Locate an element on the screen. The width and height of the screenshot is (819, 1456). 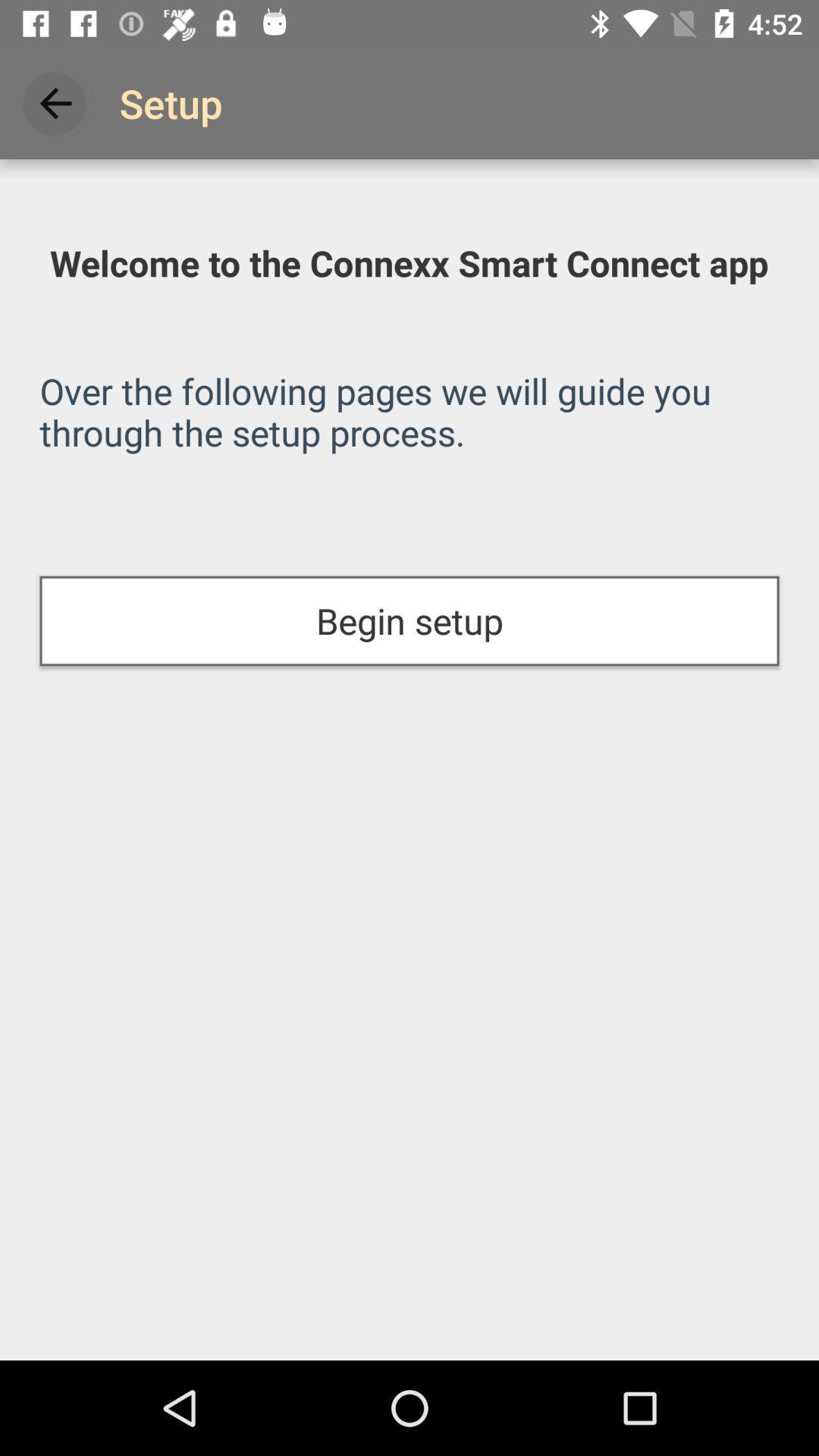
icon above the welcome to the is located at coordinates (55, 102).